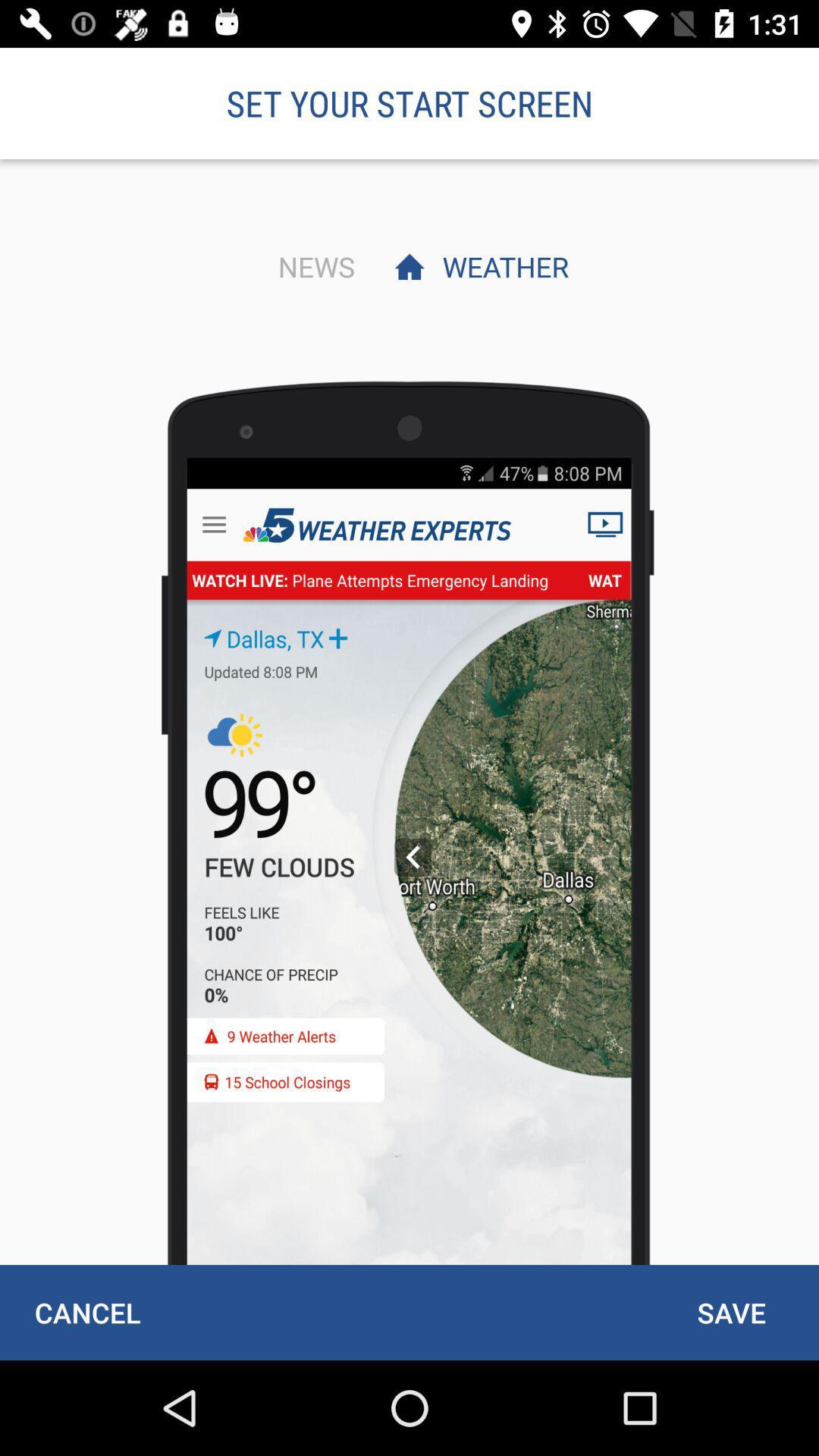 This screenshot has height=1456, width=819. What do you see at coordinates (312, 266) in the screenshot?
I see `the item to the left of weather item` at bounding box center [312, 266].